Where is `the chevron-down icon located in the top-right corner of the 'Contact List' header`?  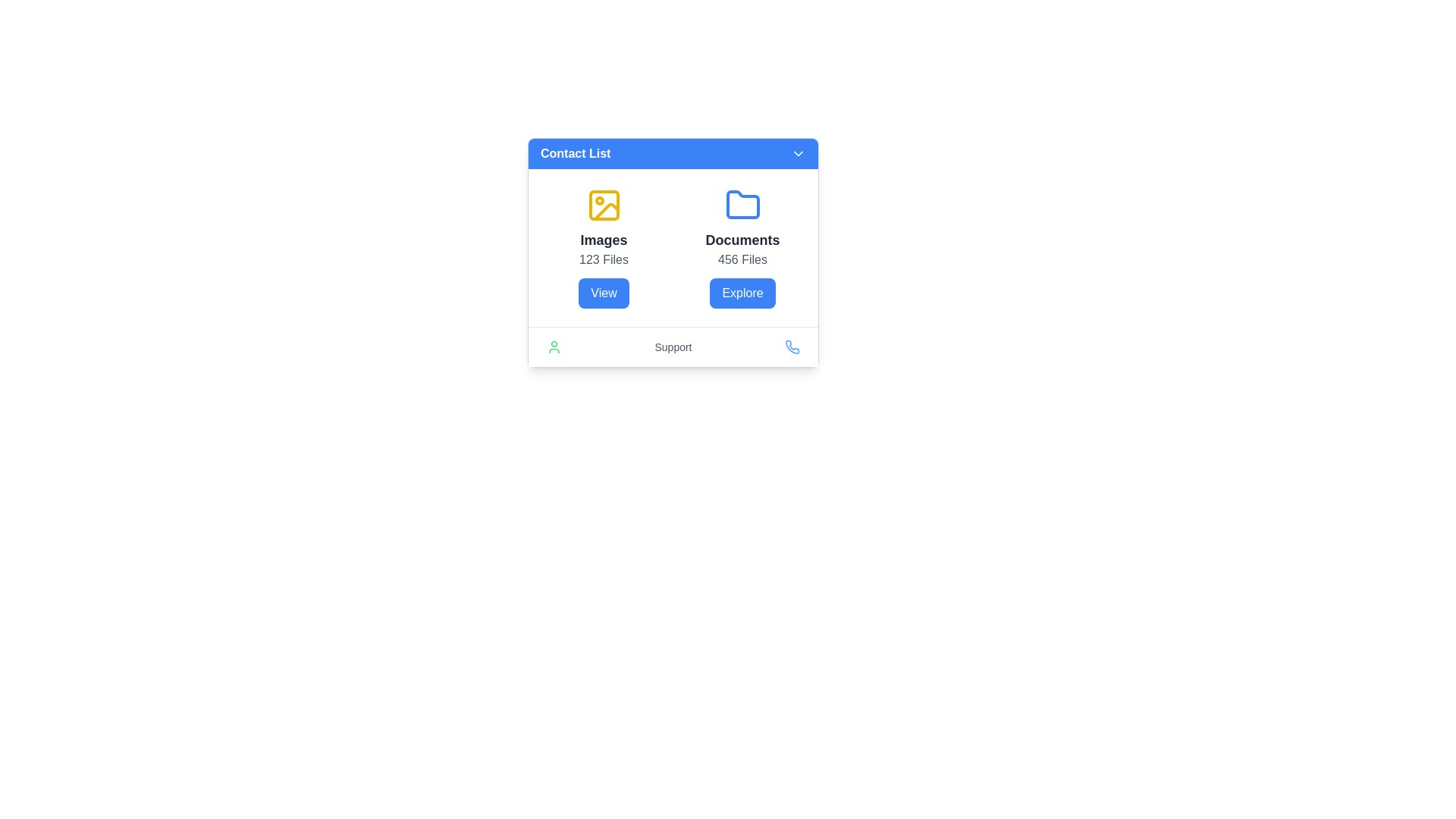 the chevron-down icon located in the top-right corner of the 'Contact List' header is located at coordinates (797, 154).